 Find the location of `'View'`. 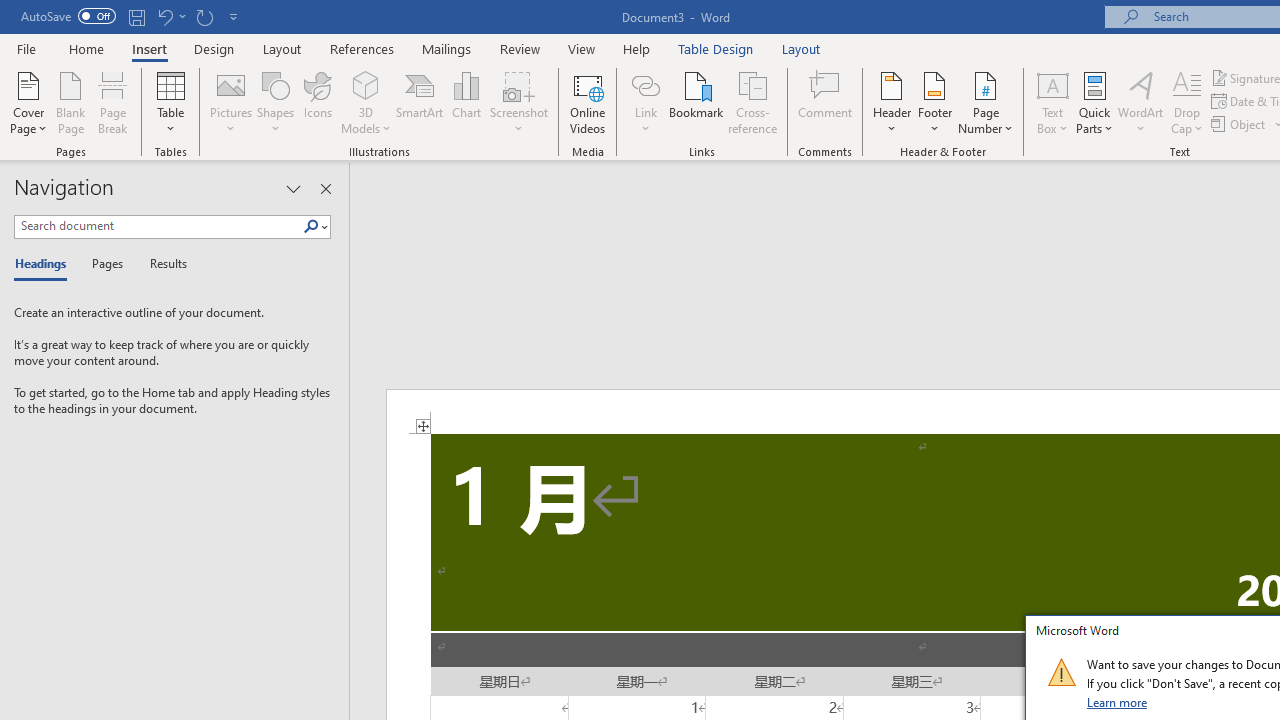

'View' is located at coordinates (581, 48).